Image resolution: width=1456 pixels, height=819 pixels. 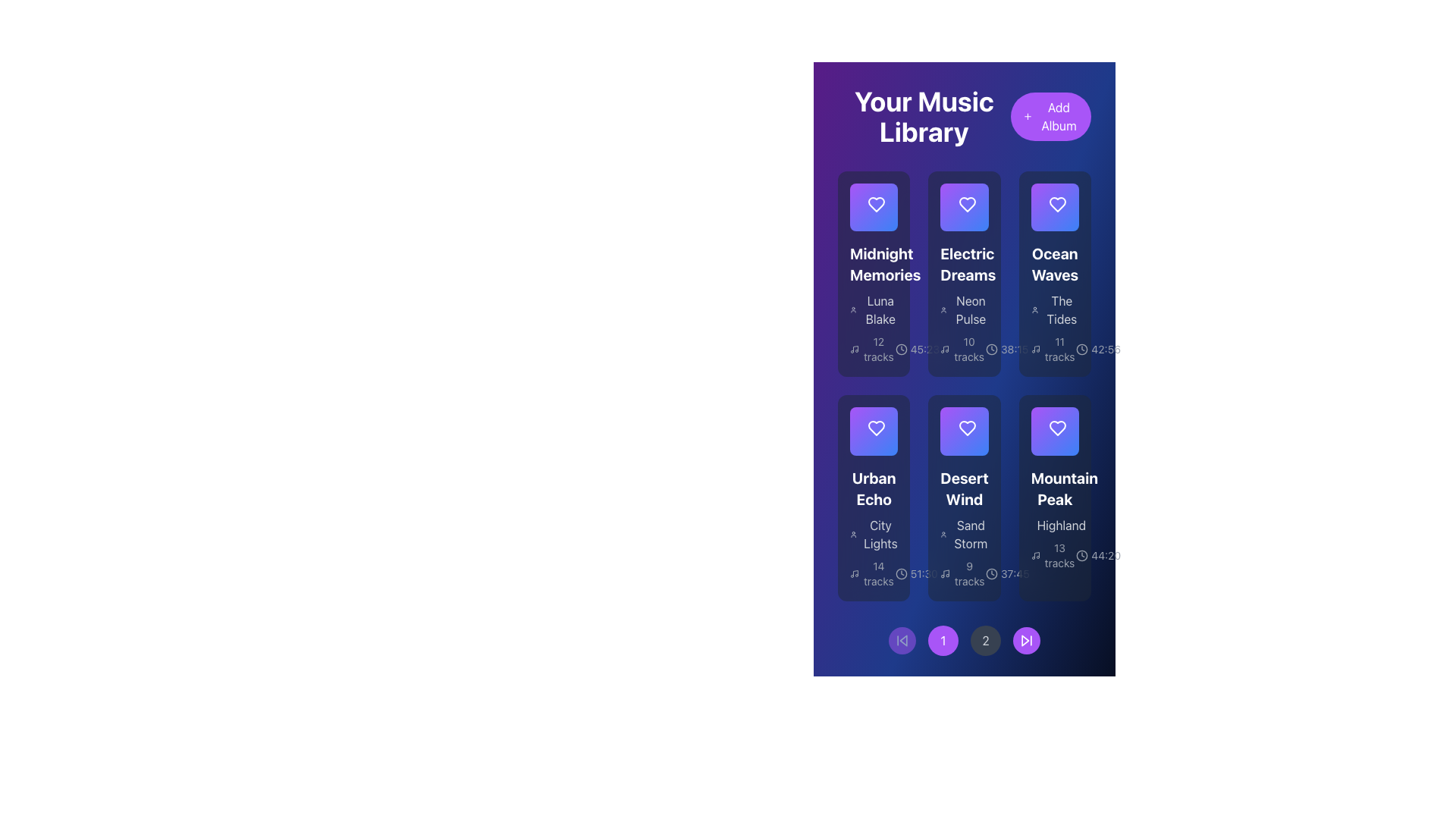 I want to click on the heart-shaped icon button within the 'Ocean Waves' album card, so click(x=1057, y=205).